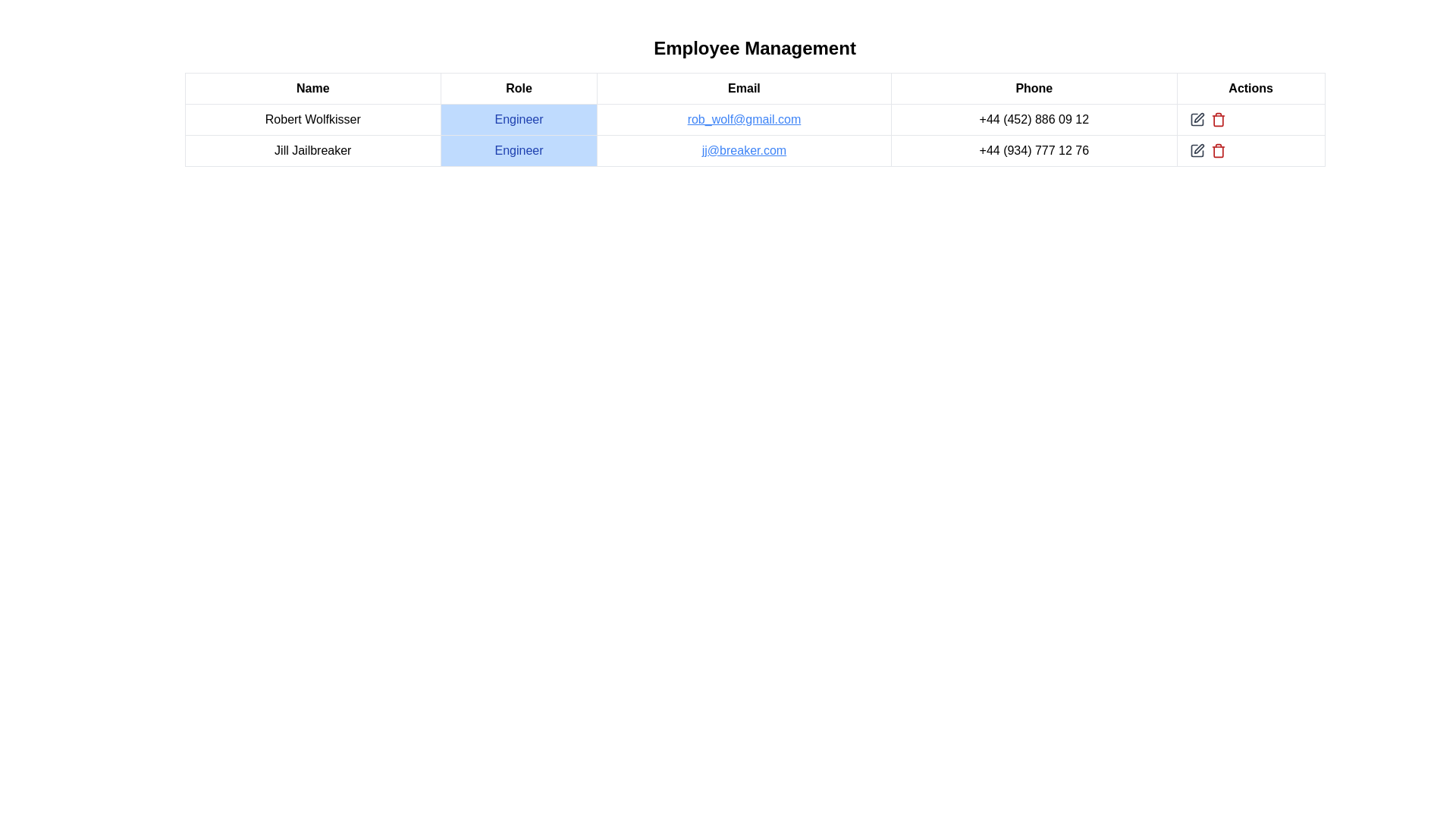 This screenshot has width=1456, height=819. Describe the element at coordinates (1033, 151) in the screenshot. I see `contact phone number displayed in the second row of the table under the 'Phone' column, located between the email address column and the action icons` at that location.